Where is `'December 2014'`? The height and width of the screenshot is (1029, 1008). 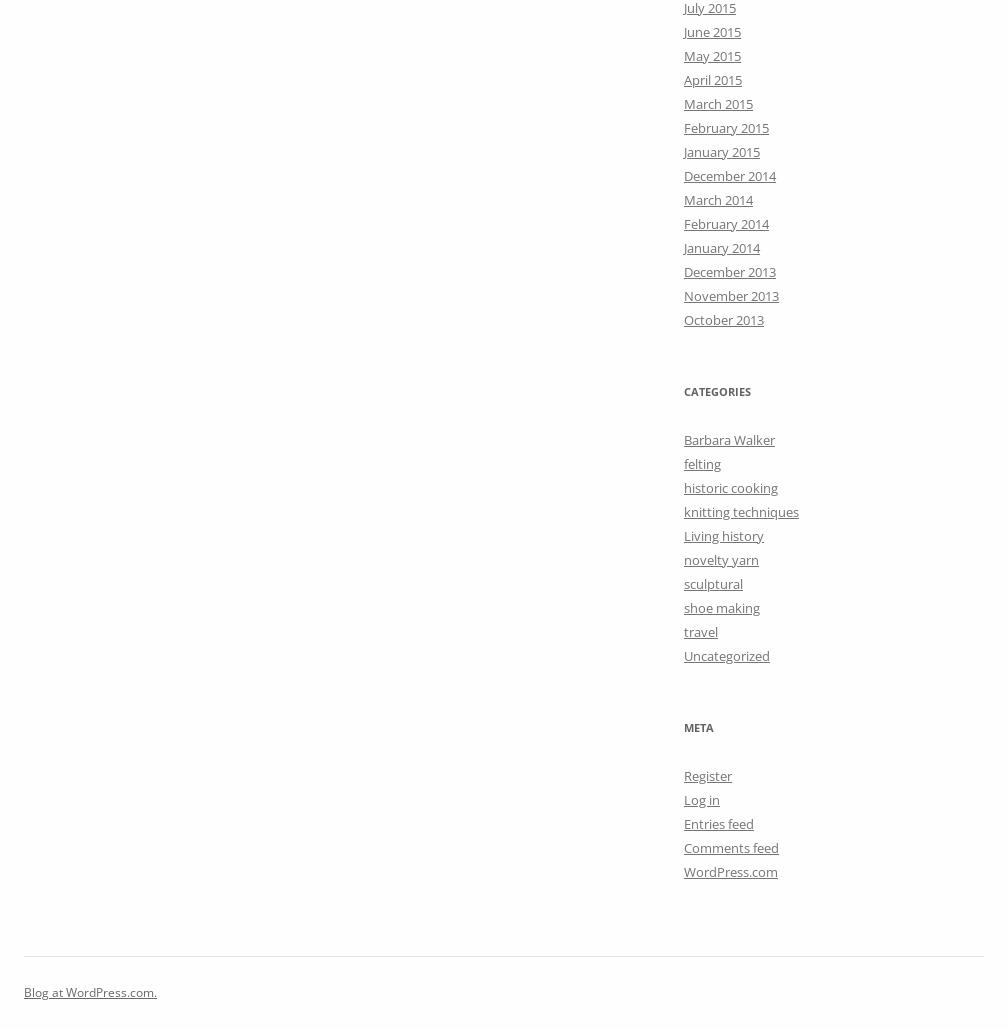 'December 2014' is located at coordinates (729, 175).